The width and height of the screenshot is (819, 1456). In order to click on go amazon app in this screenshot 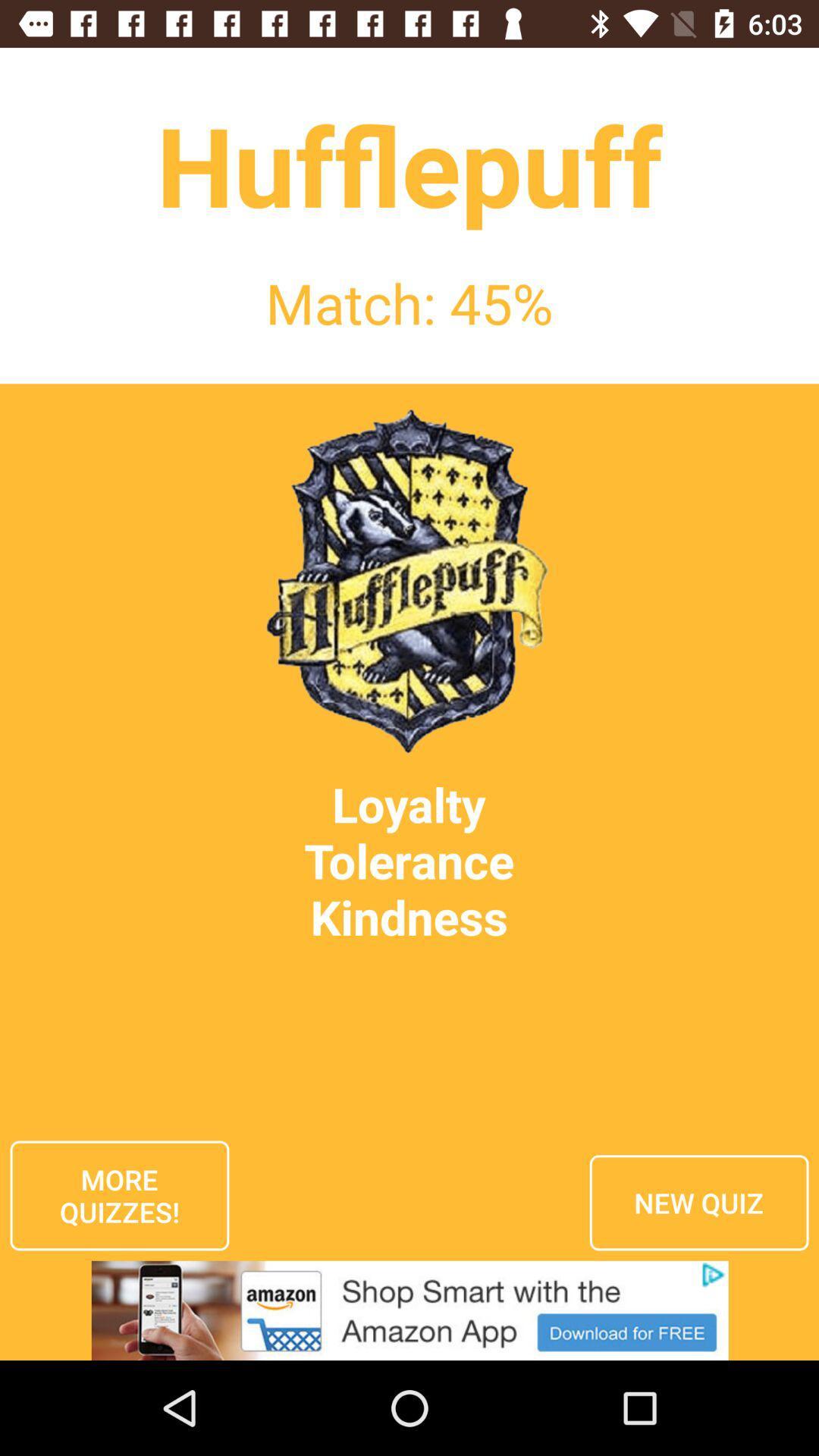, I will do `click(409, 1310)`.